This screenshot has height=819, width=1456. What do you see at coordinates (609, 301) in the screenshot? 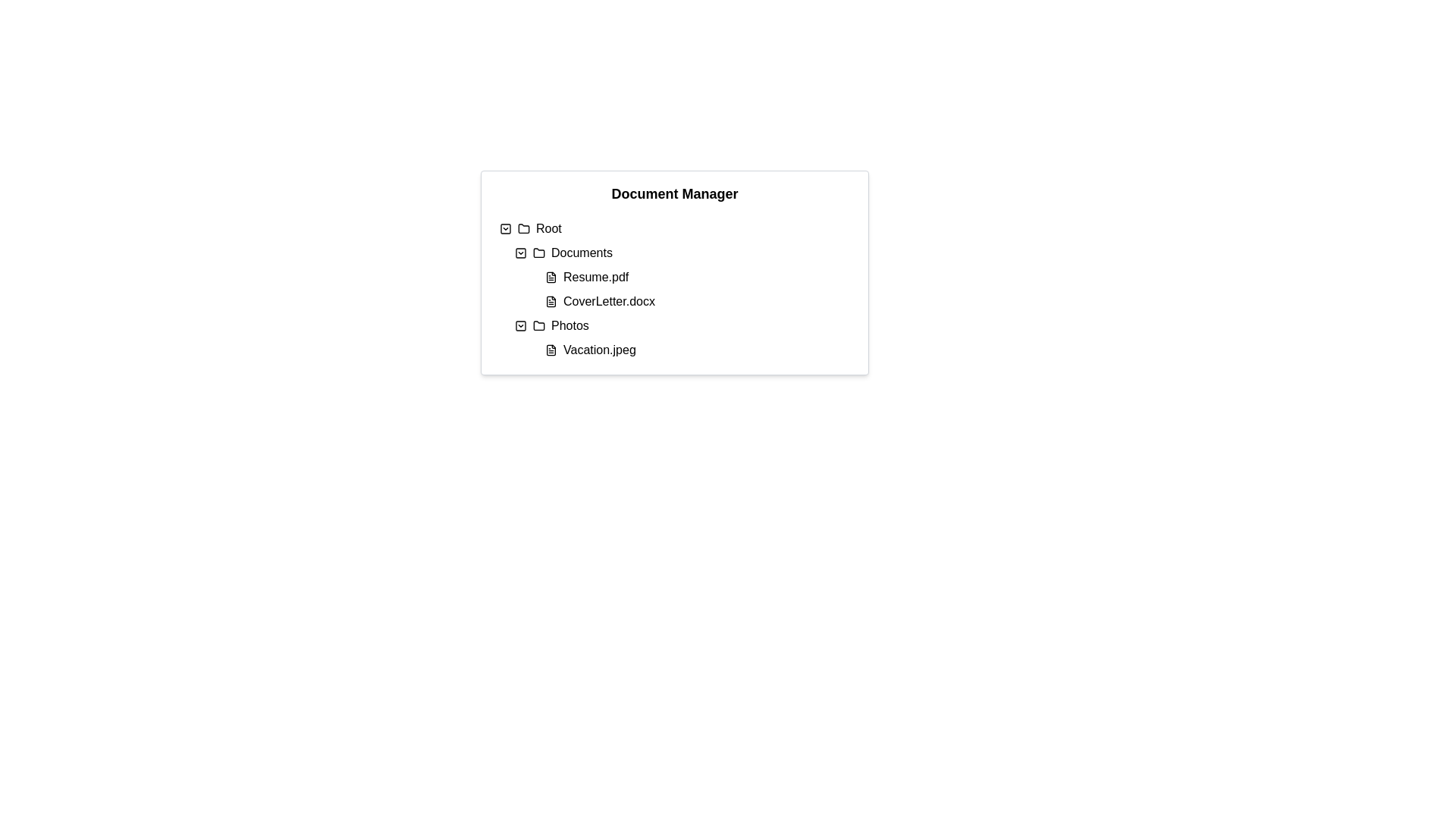
I see `the Static Text Label displaying 'CoverLetter.docx' in the document manager interface` at bounding box center [609, 301].